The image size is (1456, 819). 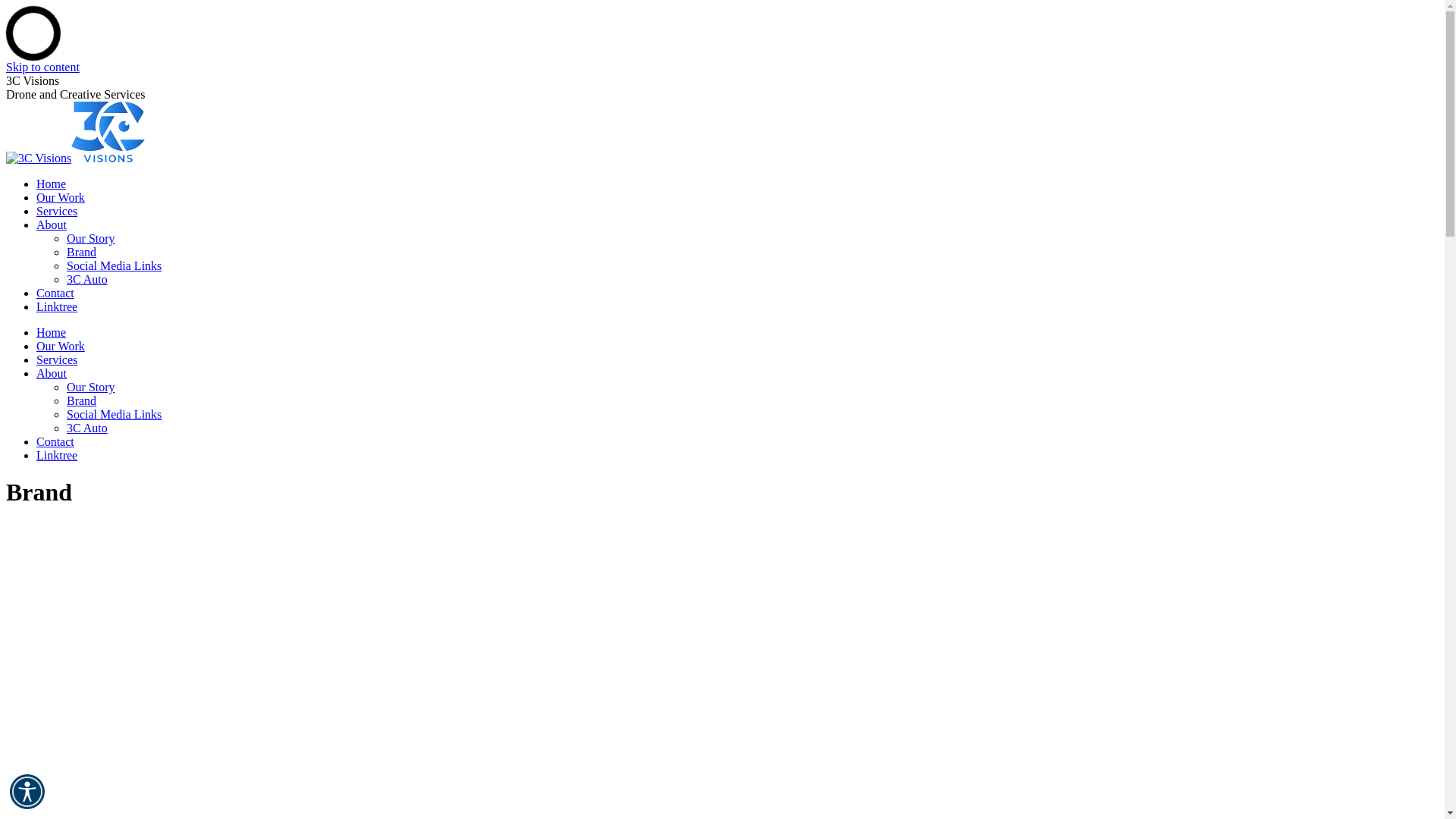 I want to click on 'Contact', so click(x=55, y=293).